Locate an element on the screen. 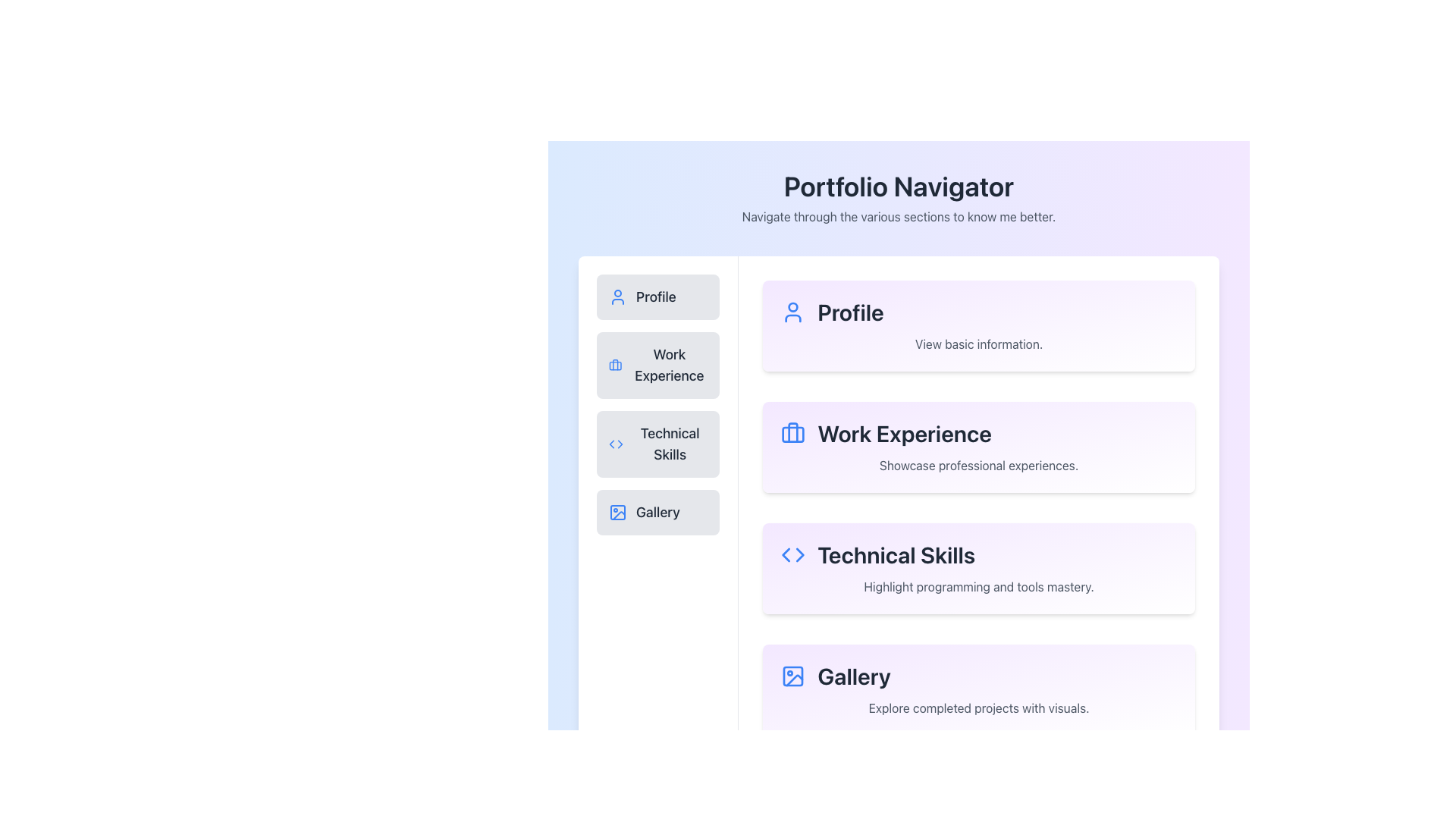  the descriptive guidance text located below the 'Portfolio Navigator' header, which serves as an explanatory subtitle for the main header is located at coordinates (899, 216).